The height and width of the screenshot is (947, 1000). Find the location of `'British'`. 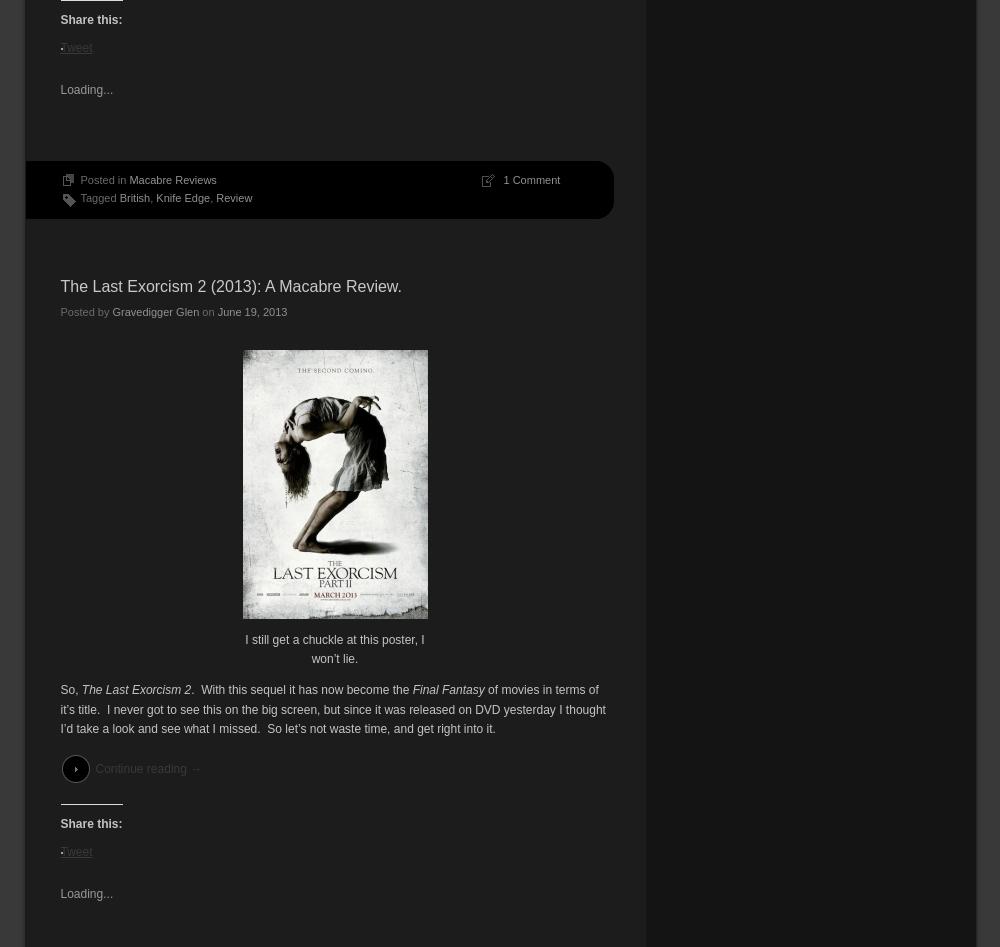

'British' is located at coordinates (134, 198).